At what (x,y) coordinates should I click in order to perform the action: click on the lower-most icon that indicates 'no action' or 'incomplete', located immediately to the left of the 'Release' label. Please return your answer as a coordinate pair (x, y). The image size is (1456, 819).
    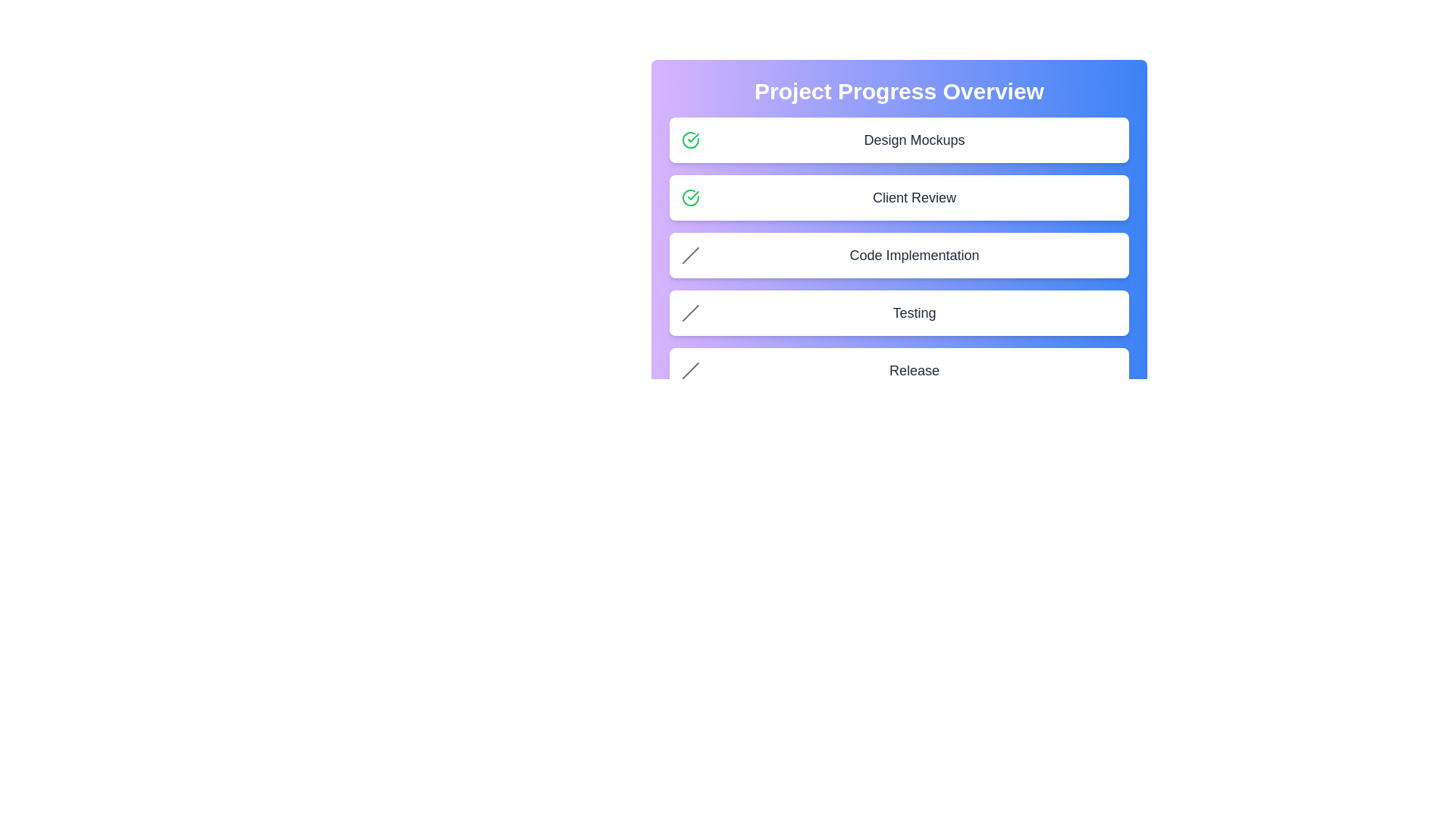
    Looking at the image, I should click on (690, 371).